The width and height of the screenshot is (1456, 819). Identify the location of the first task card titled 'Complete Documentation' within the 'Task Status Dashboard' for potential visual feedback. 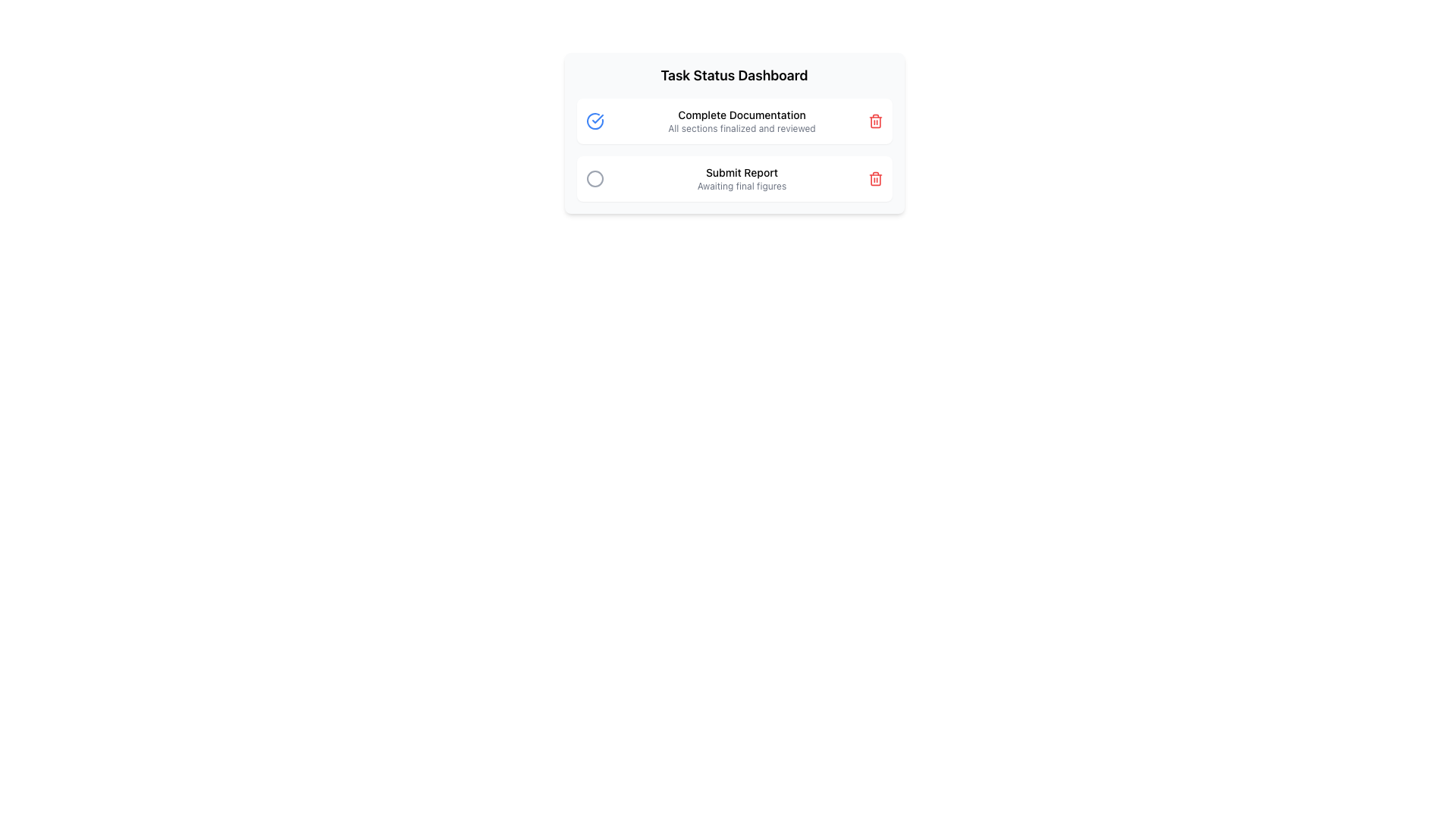
(734, 133).